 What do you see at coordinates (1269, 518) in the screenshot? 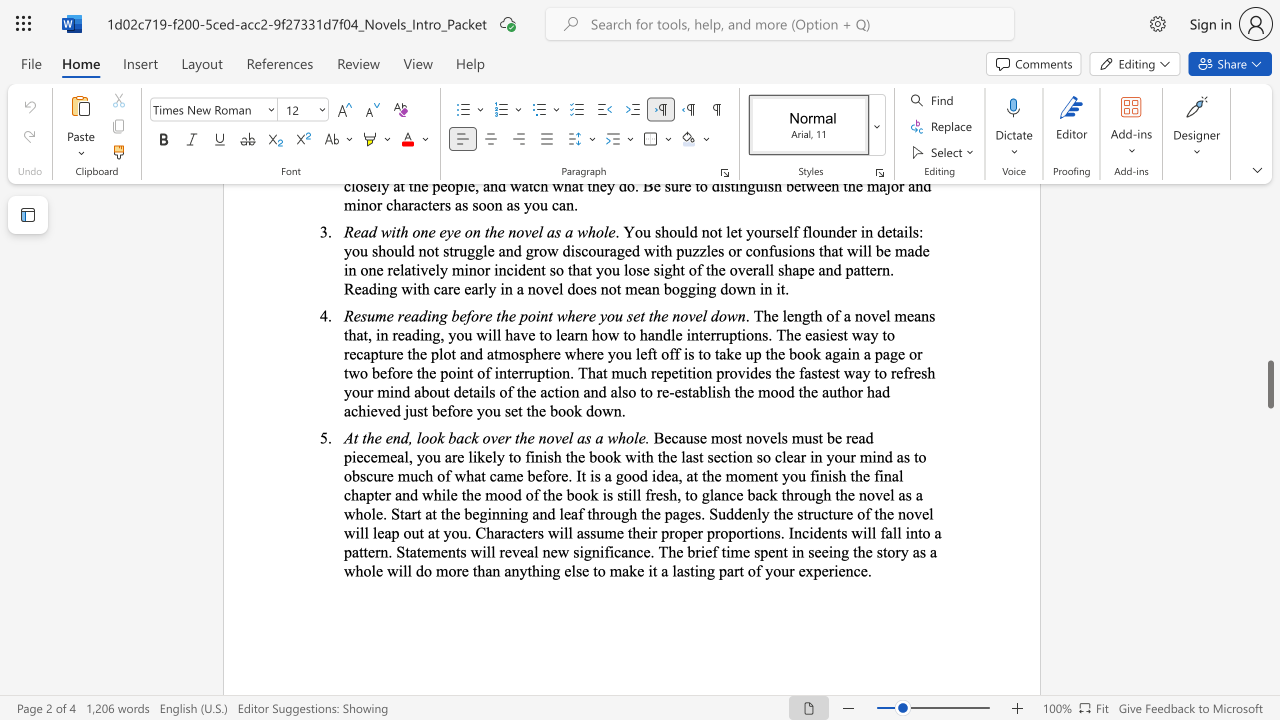
I see `the scrollbar on the right side to scroll the page up` at bounding box center [1269, 518].